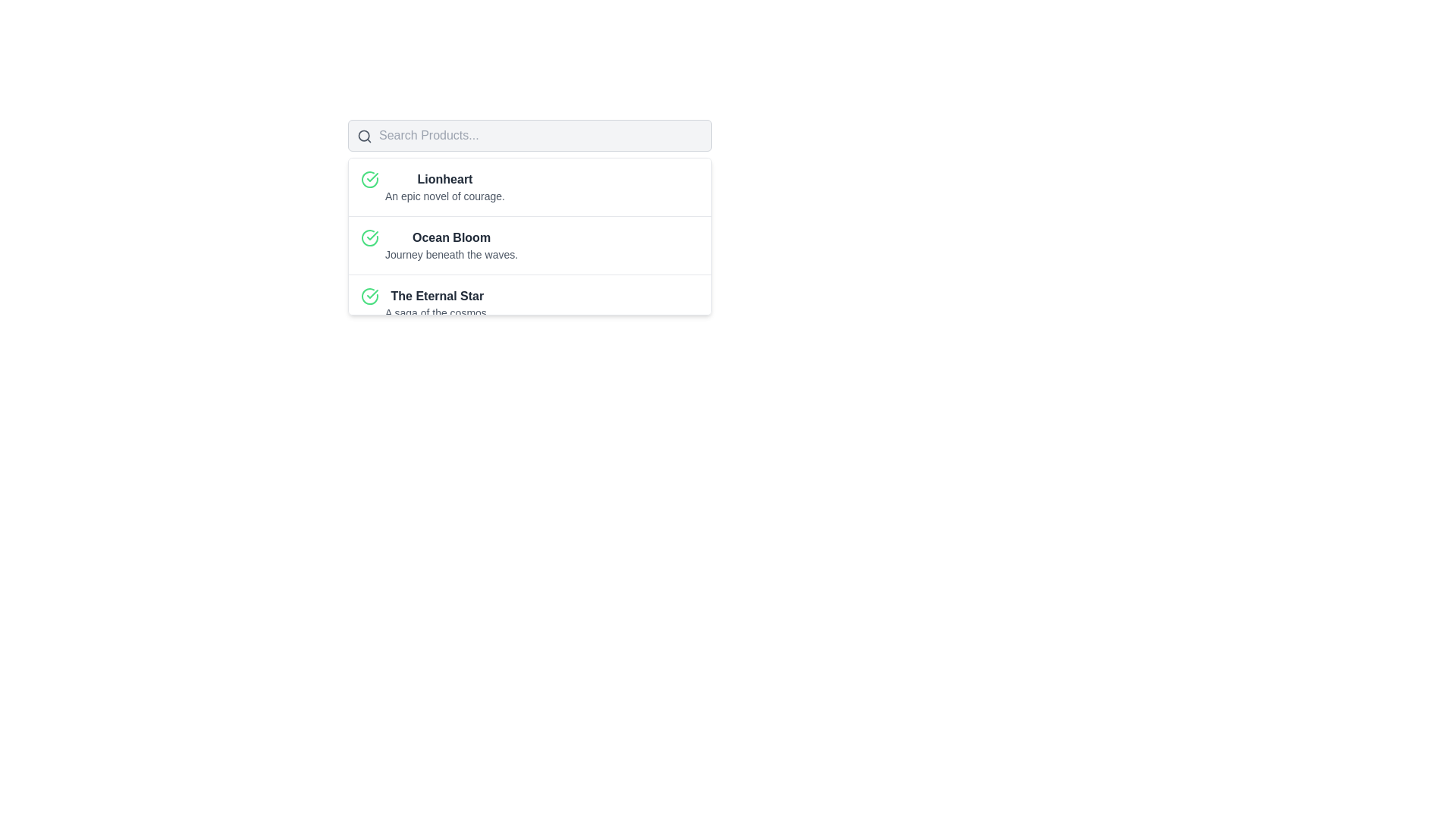  What do you see at coordinates (450, 237) in the screenshot?
I see `text displayed as the title 'Ocean Bloom' in the second list item of the vertical list` at bounding box center [450, 237].